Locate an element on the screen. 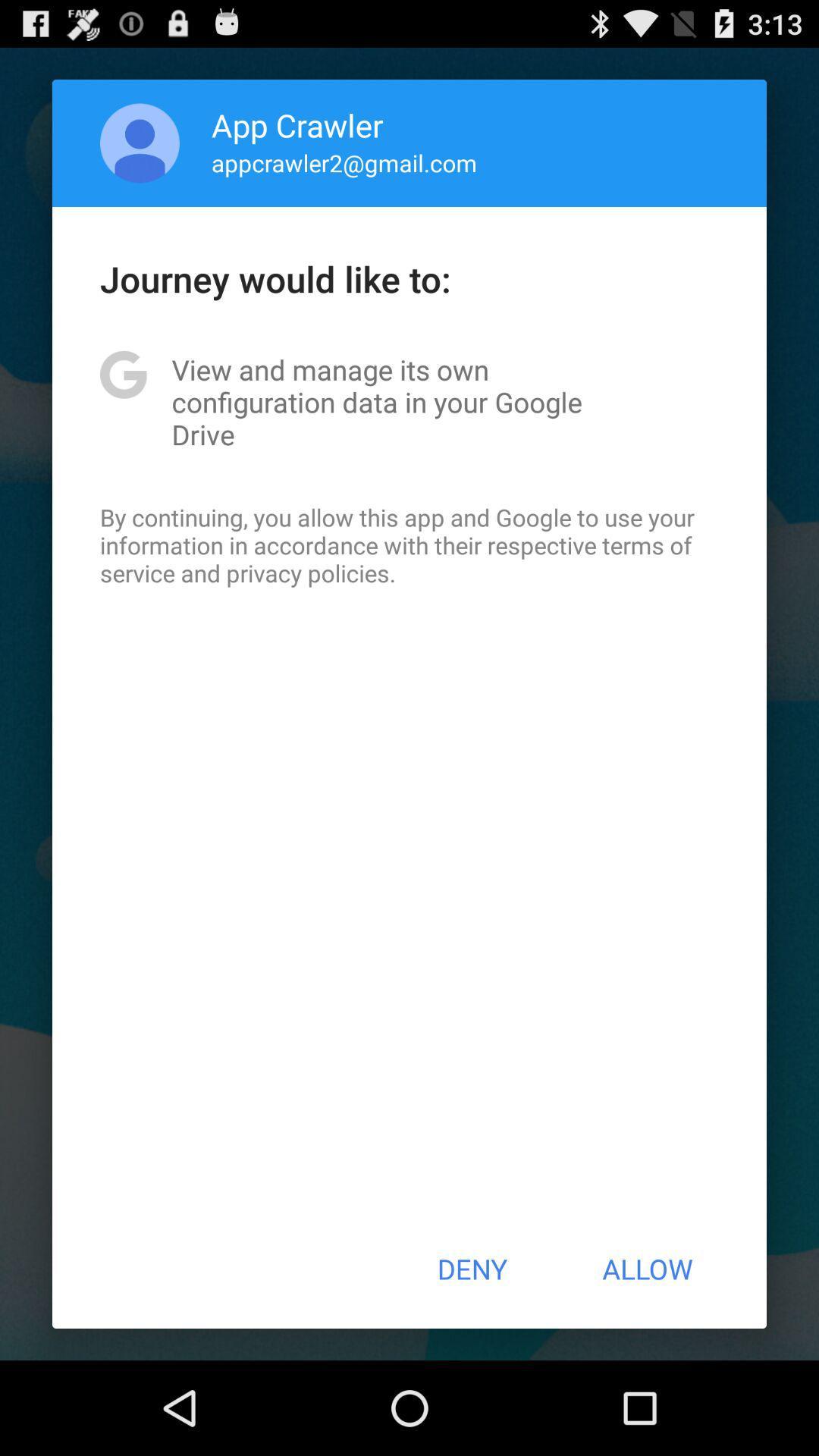 The height and width of the screenshot is (1456, 819). the app below by continuing you item is located at coordinates (471, 1269).